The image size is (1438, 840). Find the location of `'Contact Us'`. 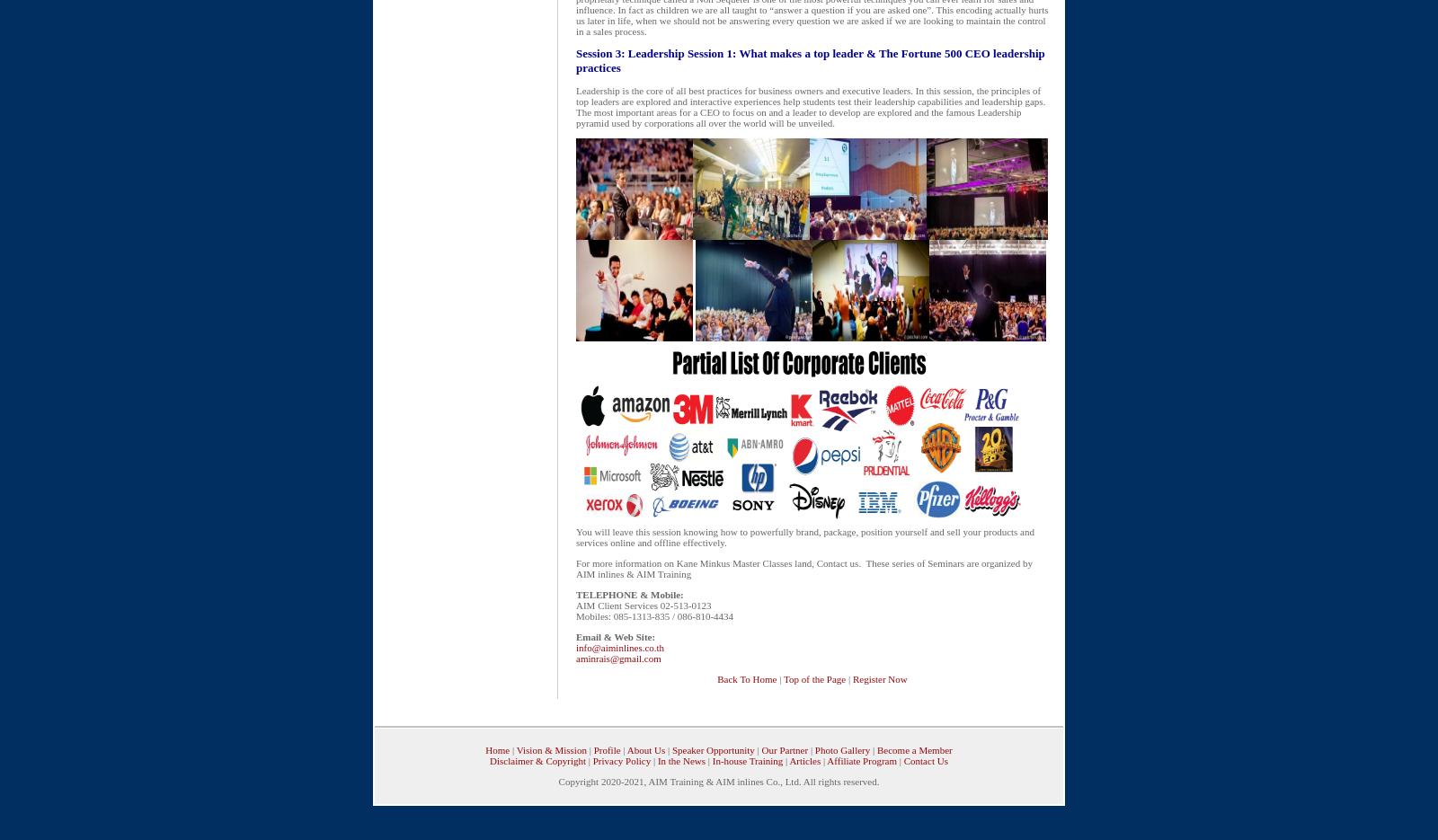

'Contact Us' is located at coordinates (925, 761).